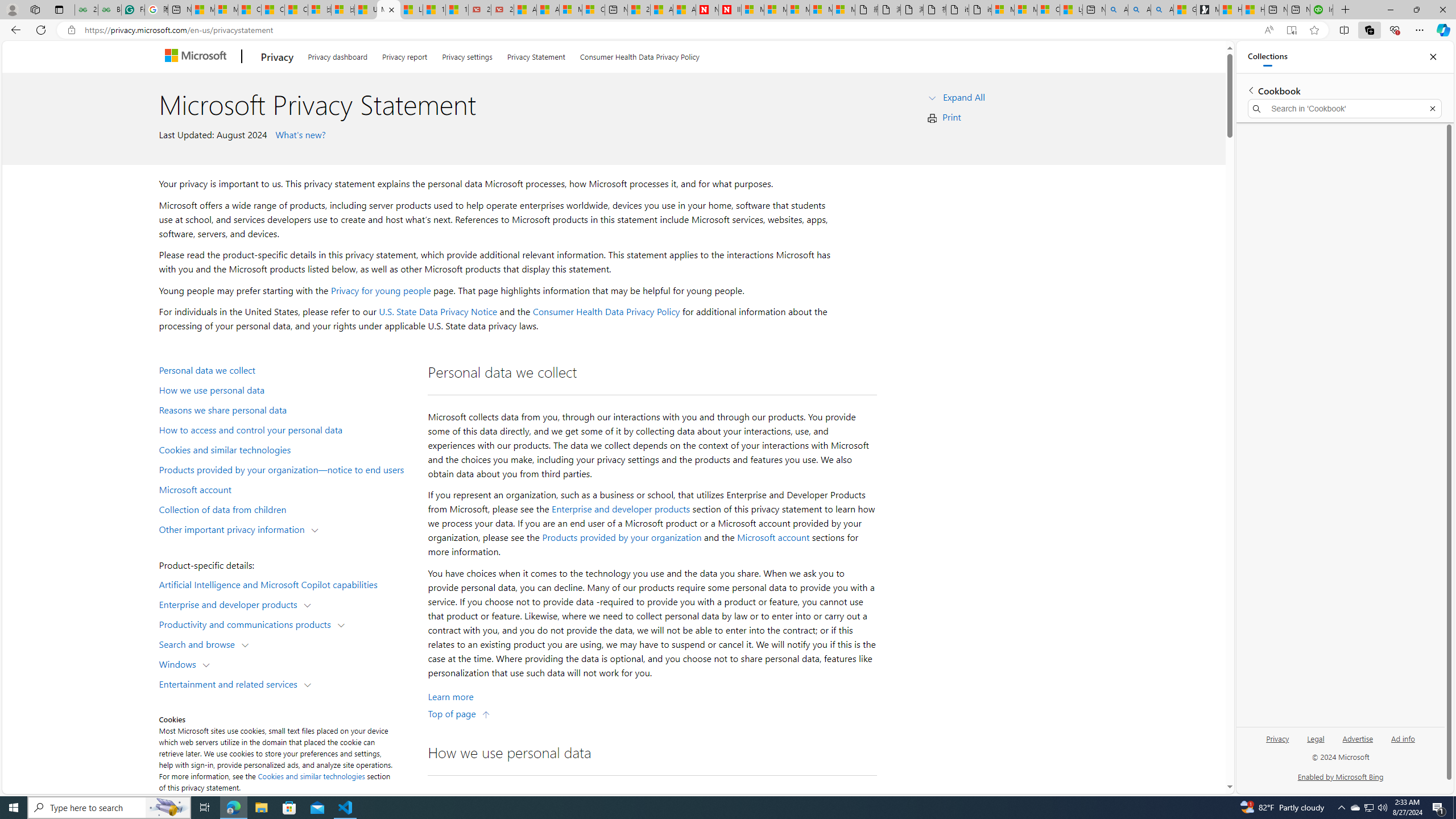 This screenshot has width=1456, height=819. Describe the element at coordinates (606, 311) in the screenshot. I see `'Consumer Health Data Privacy Policy'` at that location.